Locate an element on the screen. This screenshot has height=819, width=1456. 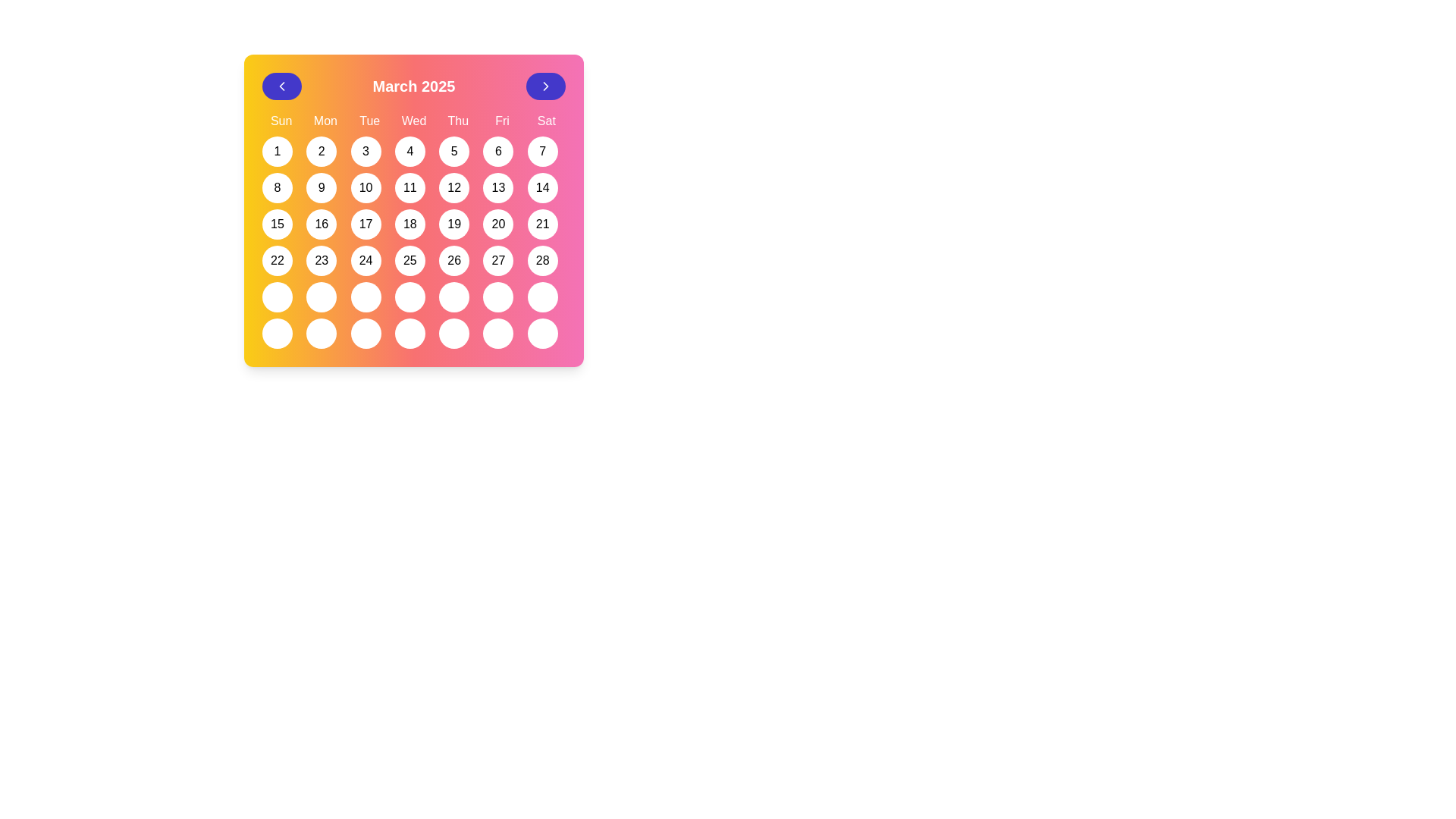
the circular button labeled '21' is located at coordinates (542, 224).